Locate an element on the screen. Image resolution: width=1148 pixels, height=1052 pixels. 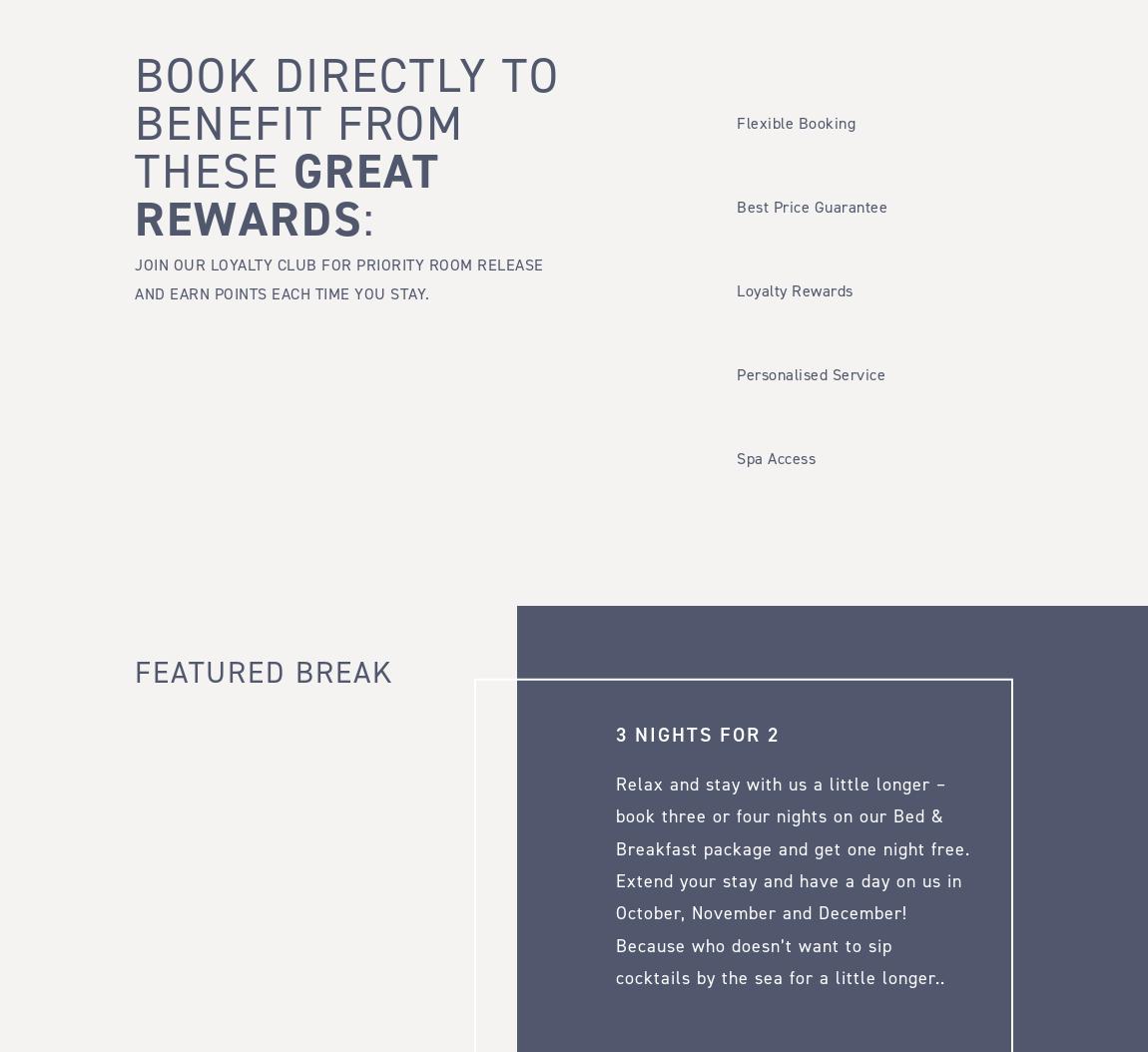
'Book Directly to benefit from these' is located at coordinates (346, 123).